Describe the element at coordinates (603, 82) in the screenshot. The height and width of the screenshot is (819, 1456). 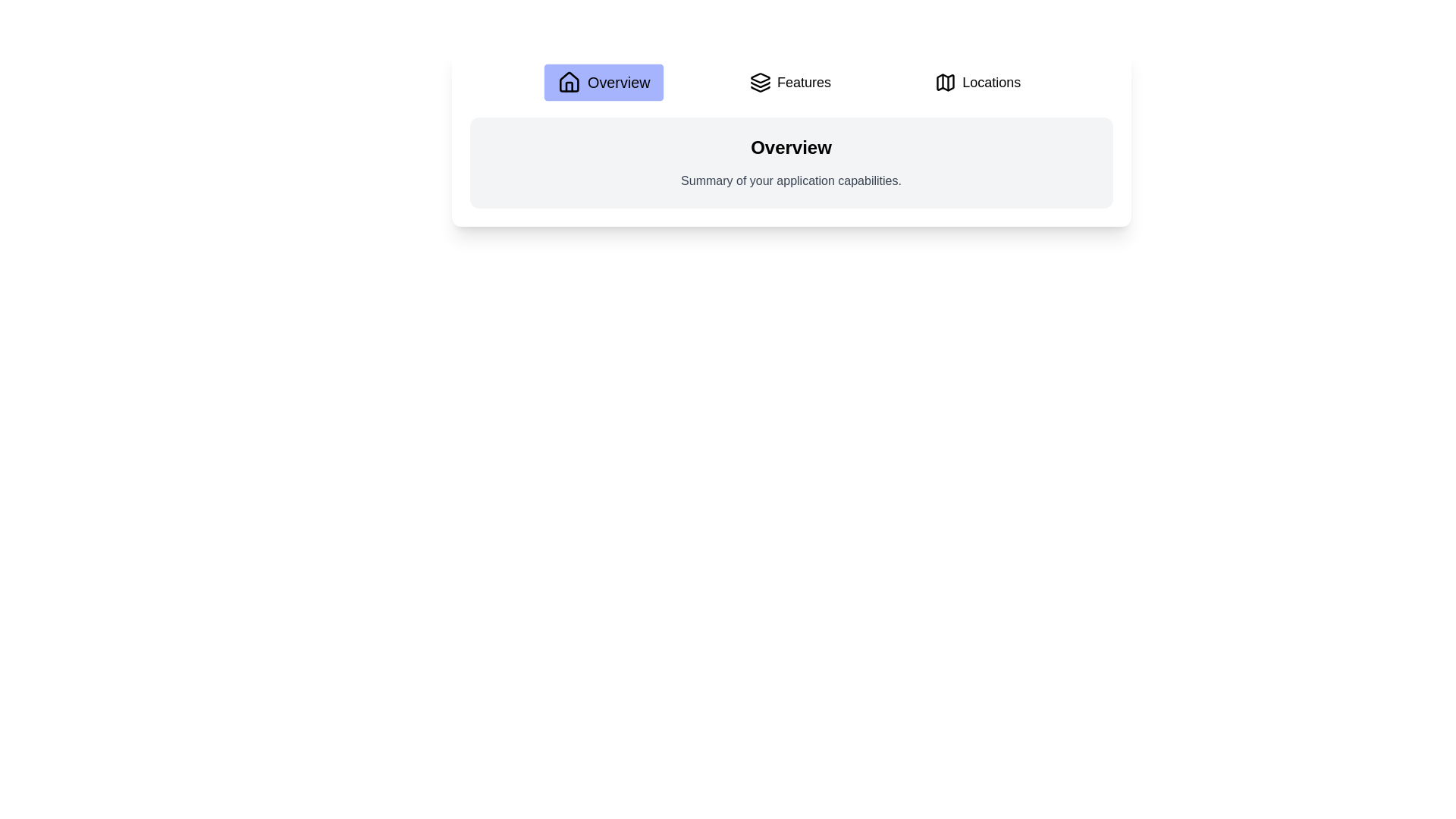
I see `the Overview tab to navigate to its content` at that location.